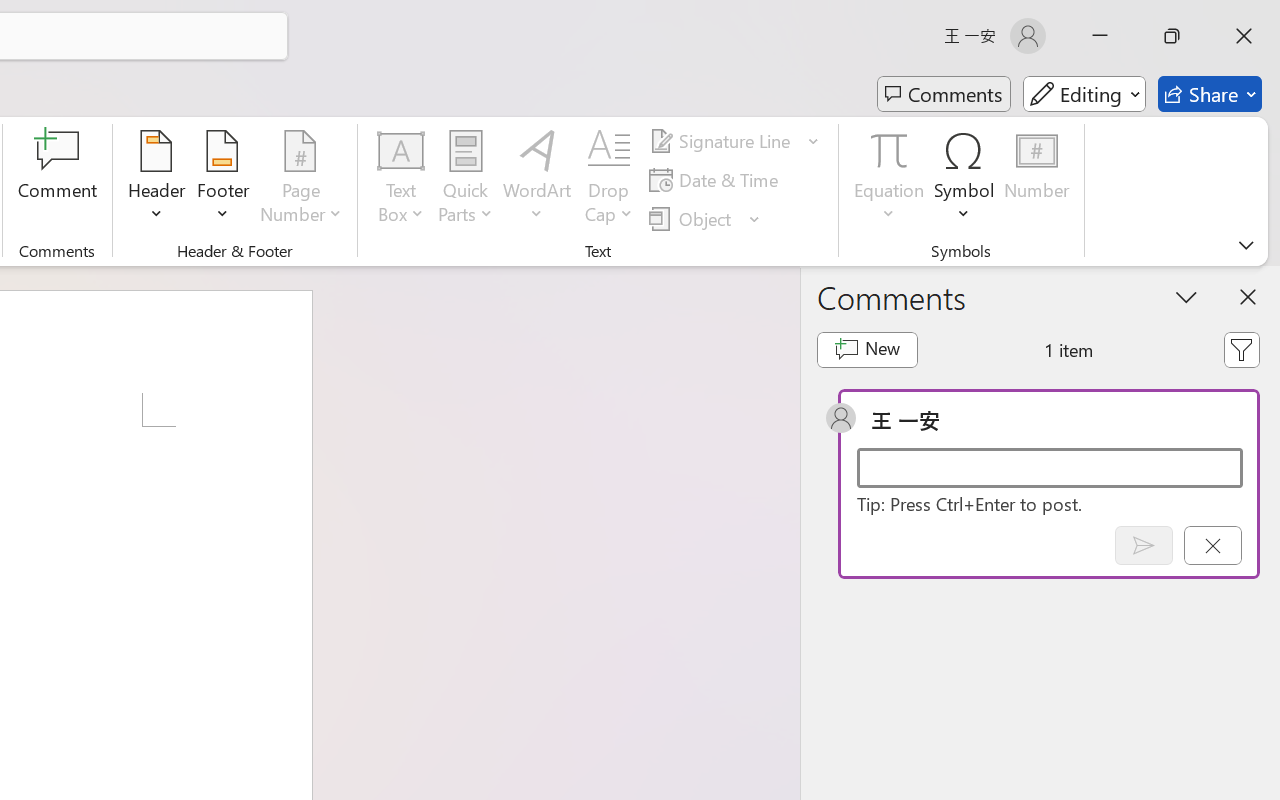 Image resolution: width=1280 pixels, height=800 pixels. I want to click on 'Start a conversation', so click(1049, 468).